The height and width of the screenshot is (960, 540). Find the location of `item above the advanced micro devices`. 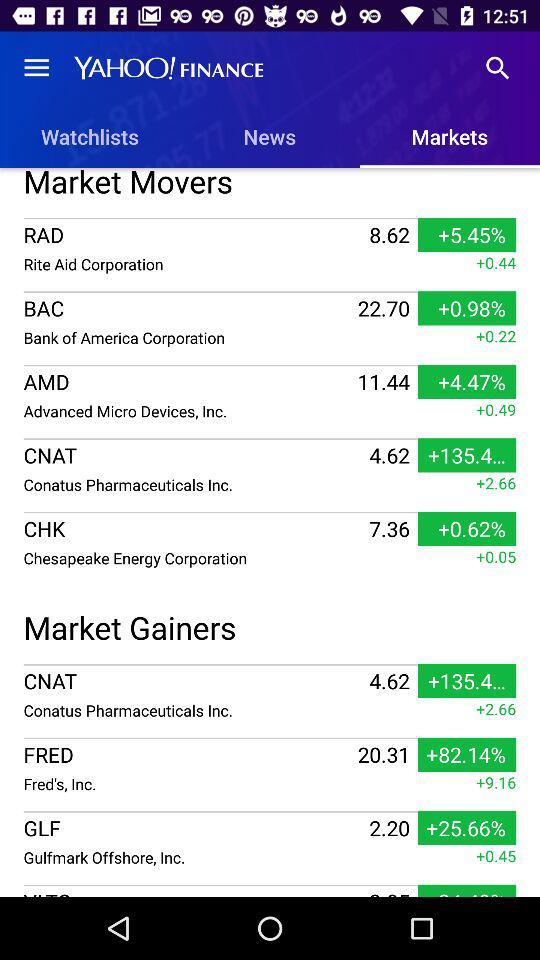

item above the advanced micro devices is located at coordinates (188, 380).